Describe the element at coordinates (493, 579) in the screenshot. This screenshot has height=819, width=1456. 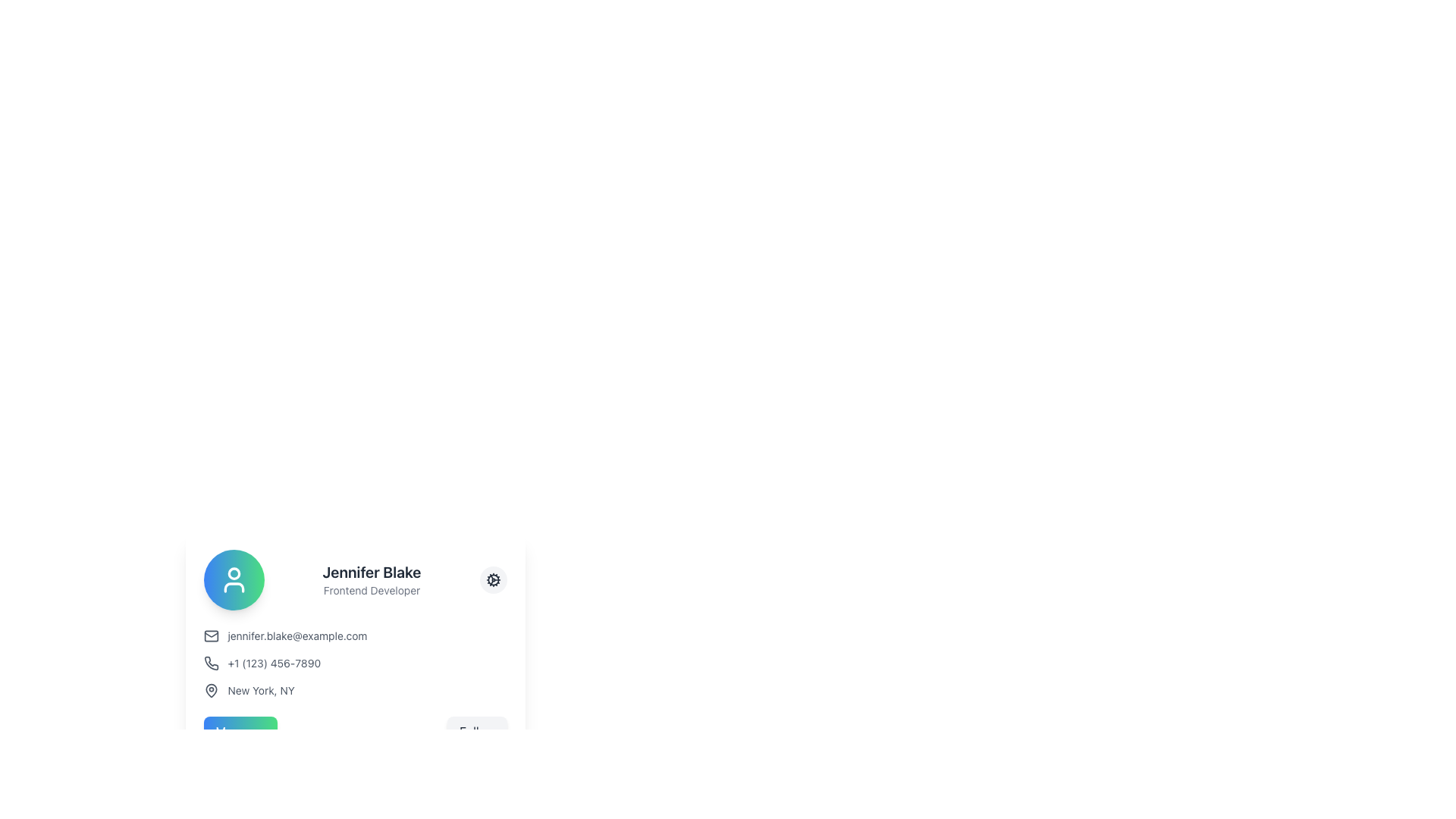
I see `the circular settings button with a gear symbol in the top-right corner of the user information section` at that location.